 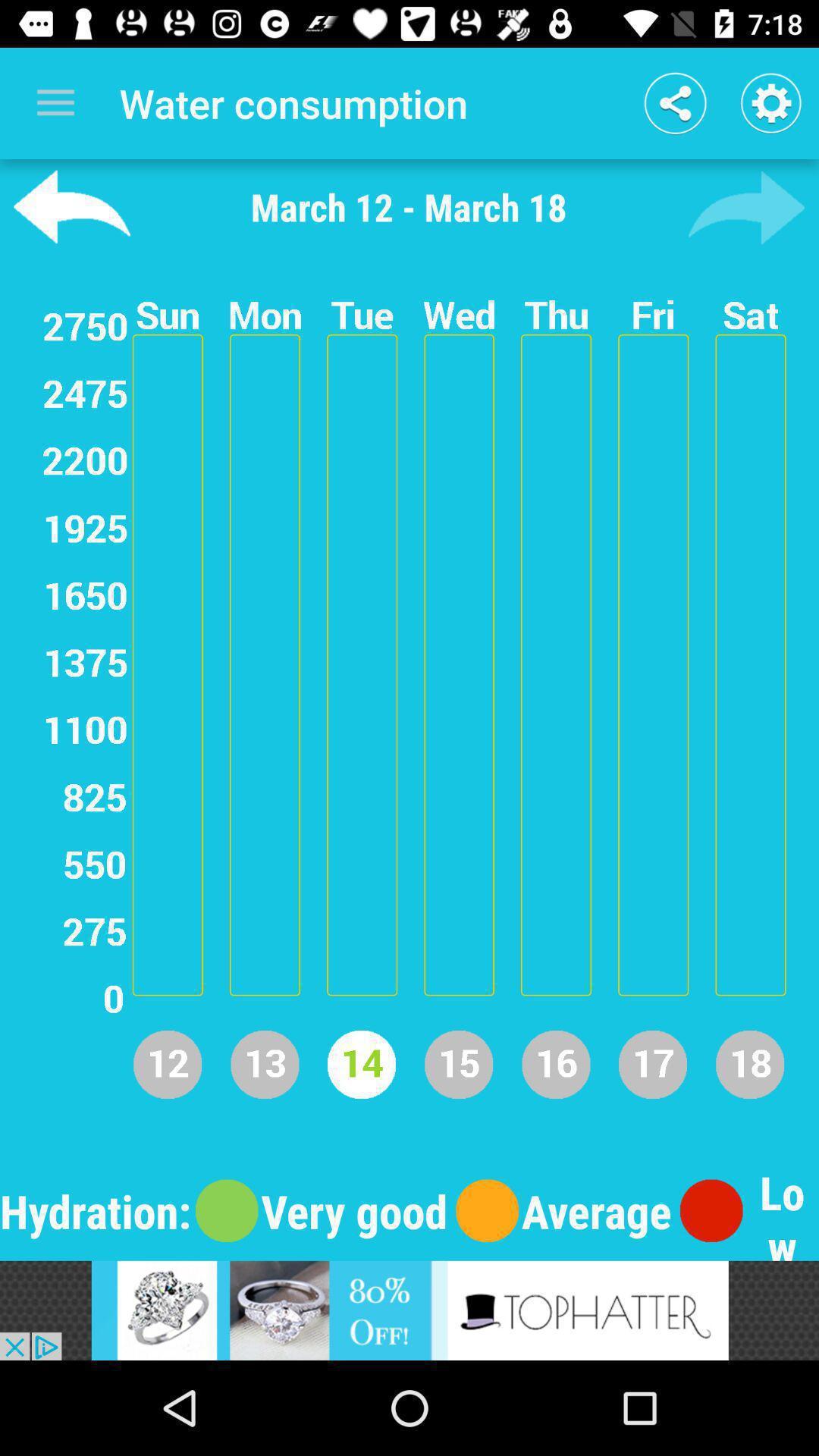 I want to click on back button, so click(x=71, y=206).